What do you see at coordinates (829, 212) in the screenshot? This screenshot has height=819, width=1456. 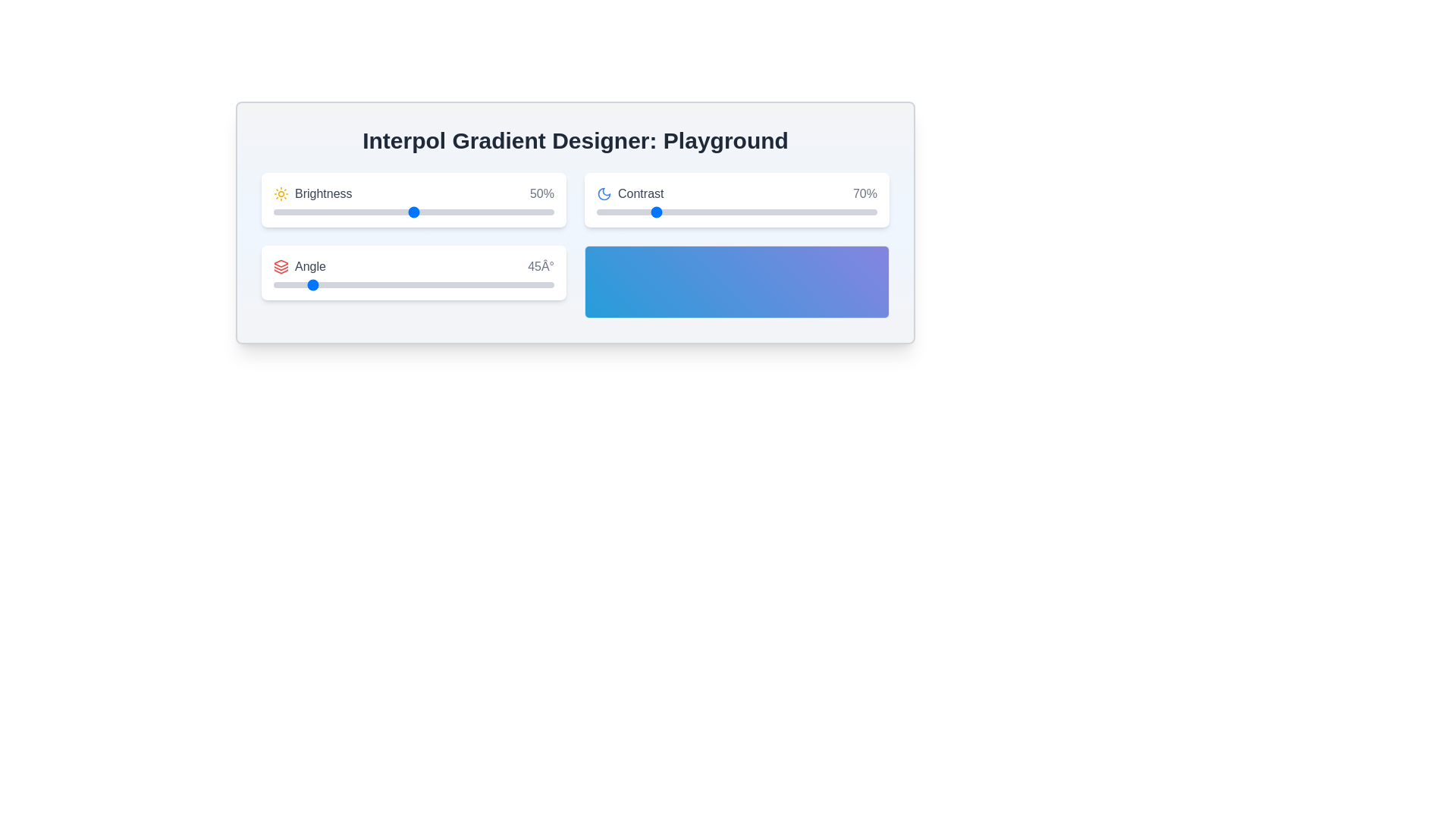 I see `the contrast level` at bounding box center [829, 212].